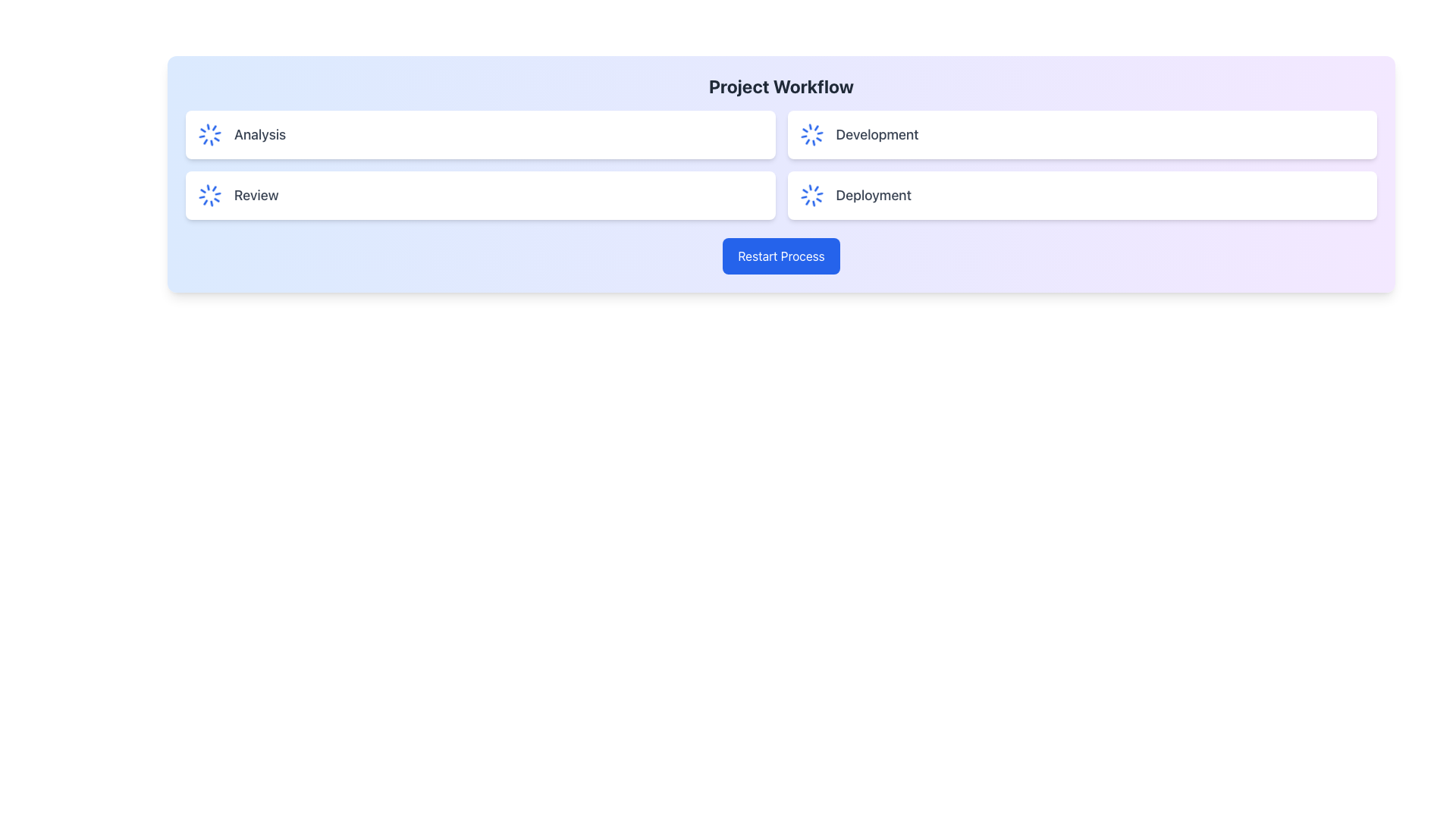 The height and width of the screenshot is (819, 1456). I want to click on text label 'Review' located in the bottom row of the interface, which indicates the purpose of the associated card in the workflow, so click(256, 195).